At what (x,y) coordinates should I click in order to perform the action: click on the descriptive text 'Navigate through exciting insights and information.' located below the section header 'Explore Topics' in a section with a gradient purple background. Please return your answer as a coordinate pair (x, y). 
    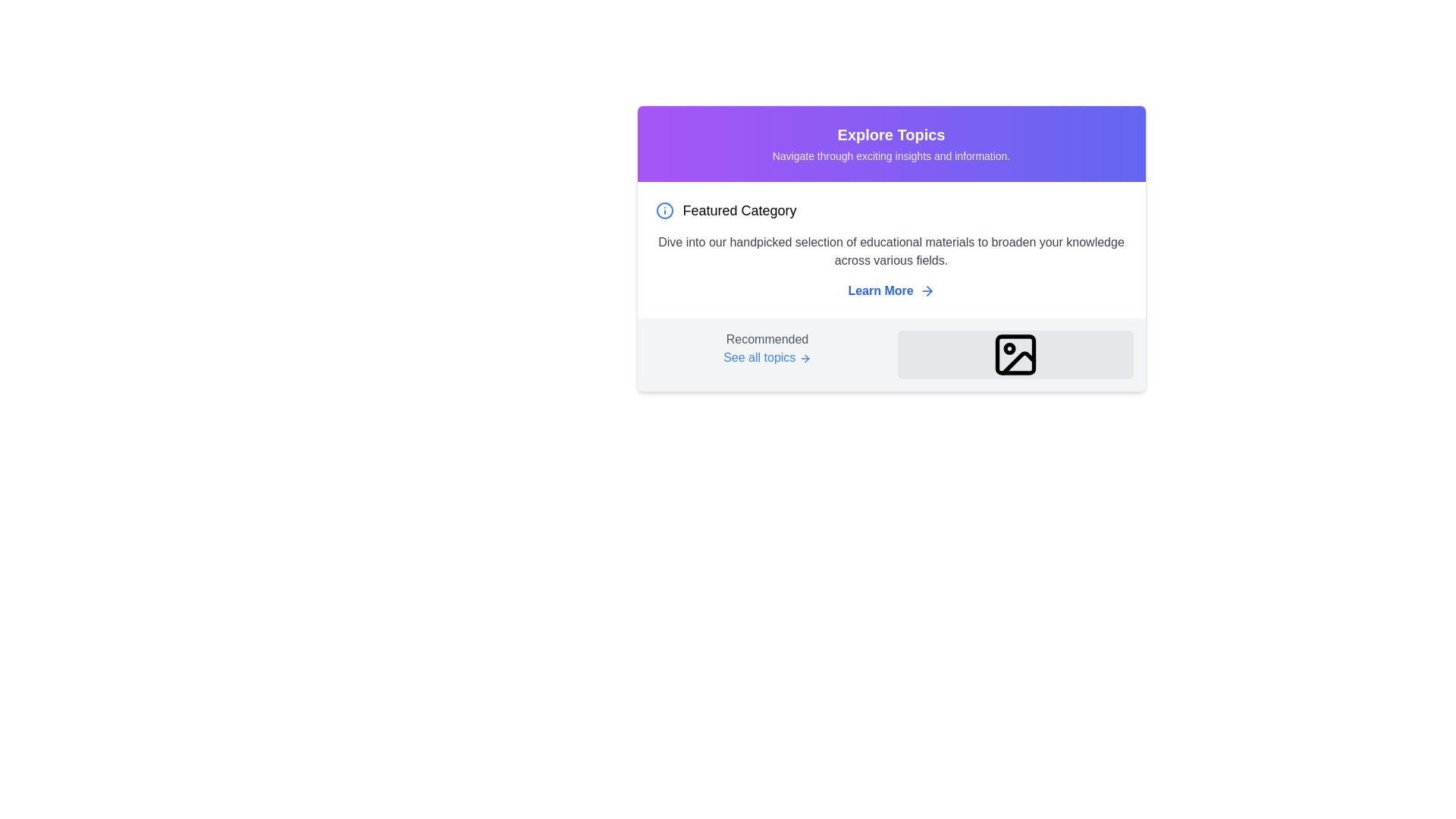
    Looking at the image, I should click on (891, 155).